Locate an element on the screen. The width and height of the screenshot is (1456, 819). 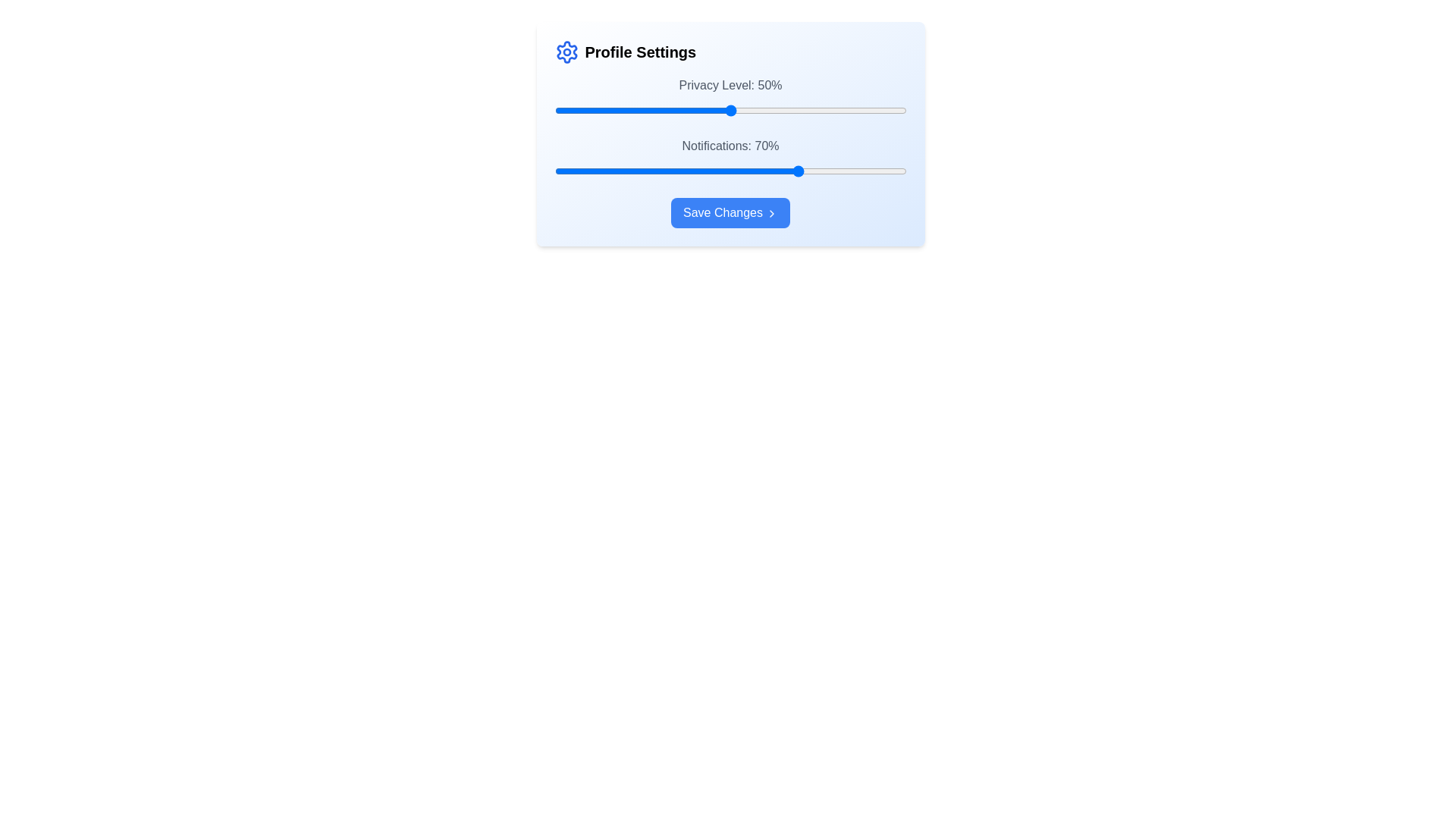
the 'Privacy Level' slider to 46% is located at coordinates (716, 110).